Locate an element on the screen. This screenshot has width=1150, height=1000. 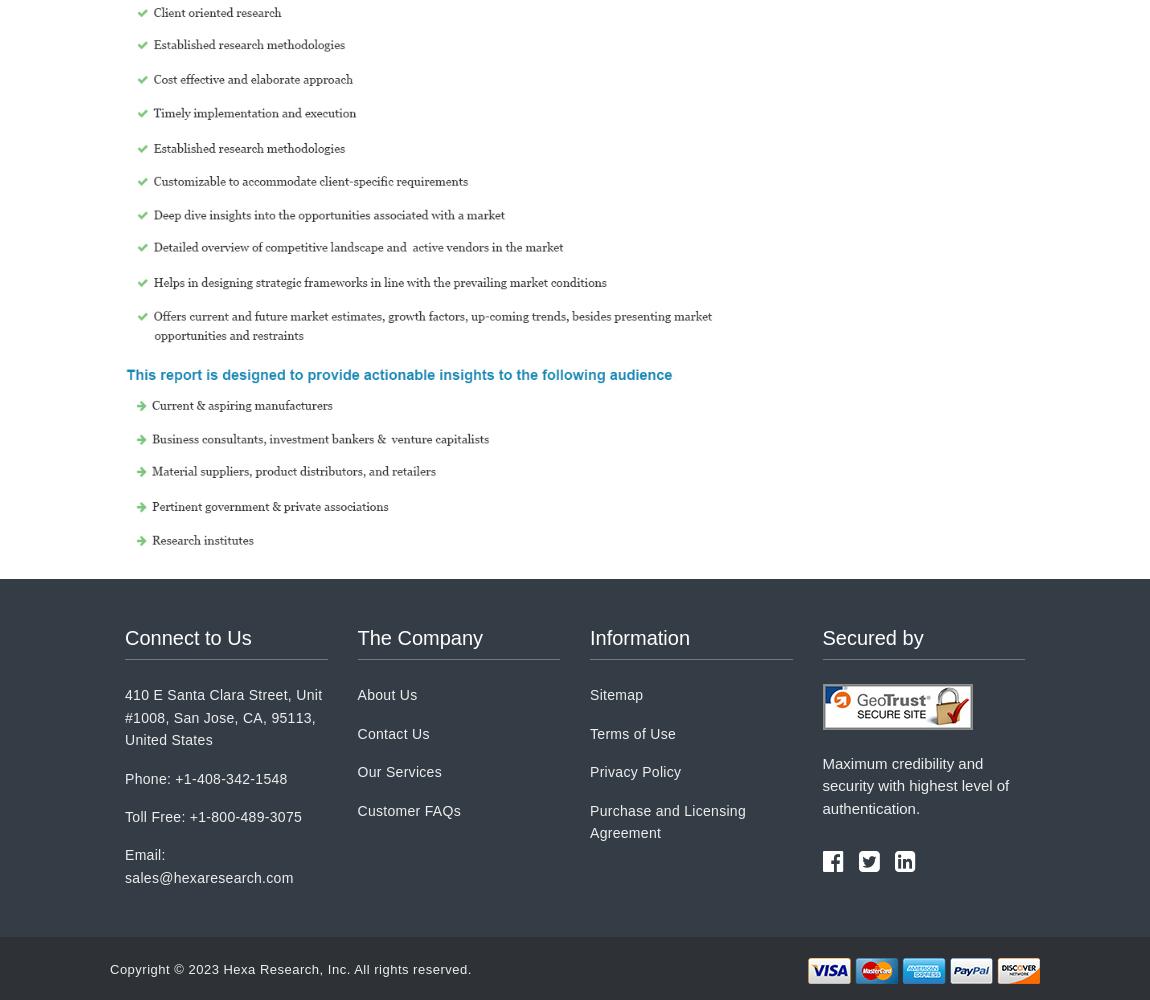
'Toll Free: +1-800-489-3075' is located at coordinates (212, 815).